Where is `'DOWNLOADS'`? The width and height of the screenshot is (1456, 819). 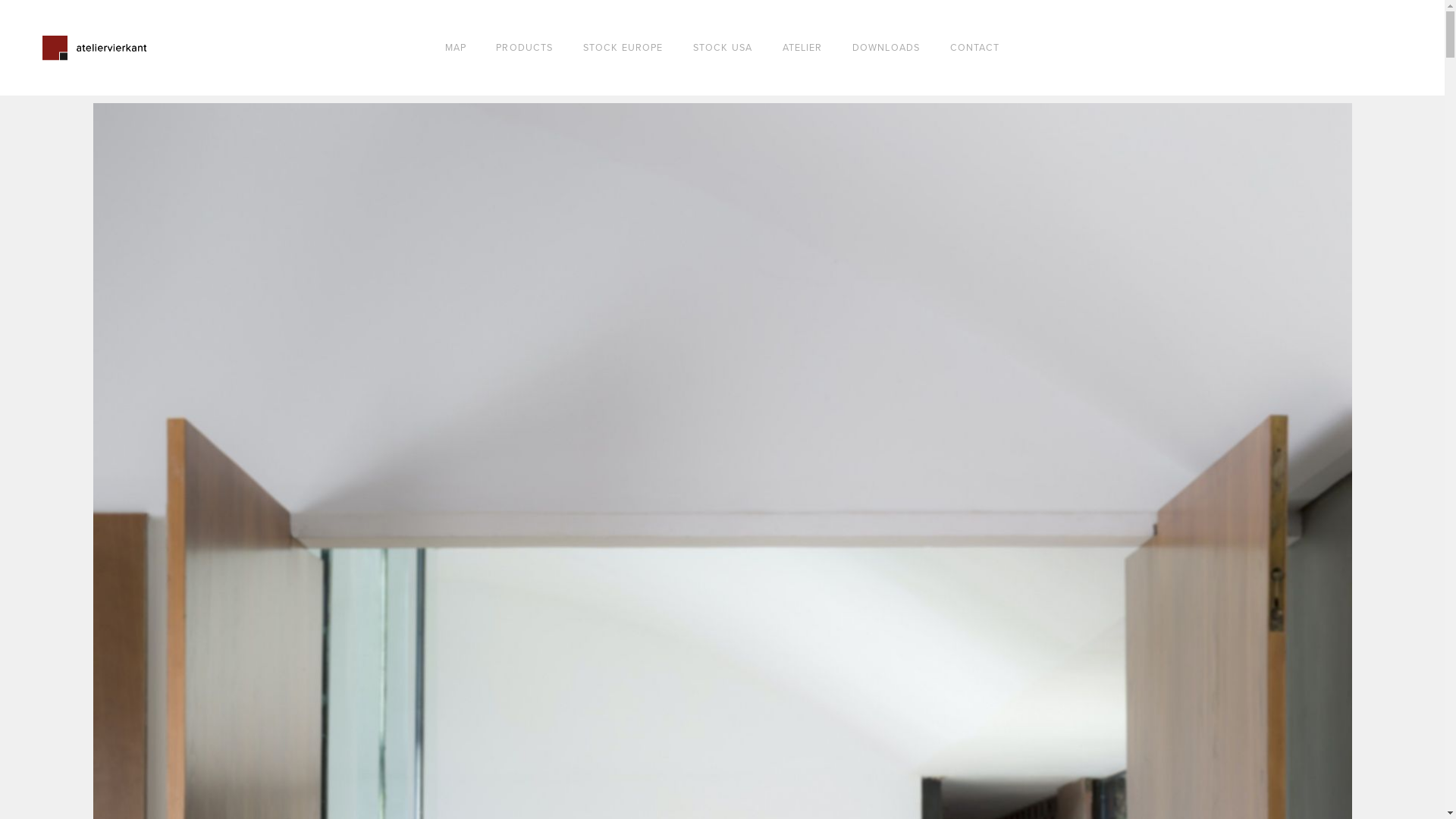
'DOWNLOADS' is located at coordinates (886, 47).